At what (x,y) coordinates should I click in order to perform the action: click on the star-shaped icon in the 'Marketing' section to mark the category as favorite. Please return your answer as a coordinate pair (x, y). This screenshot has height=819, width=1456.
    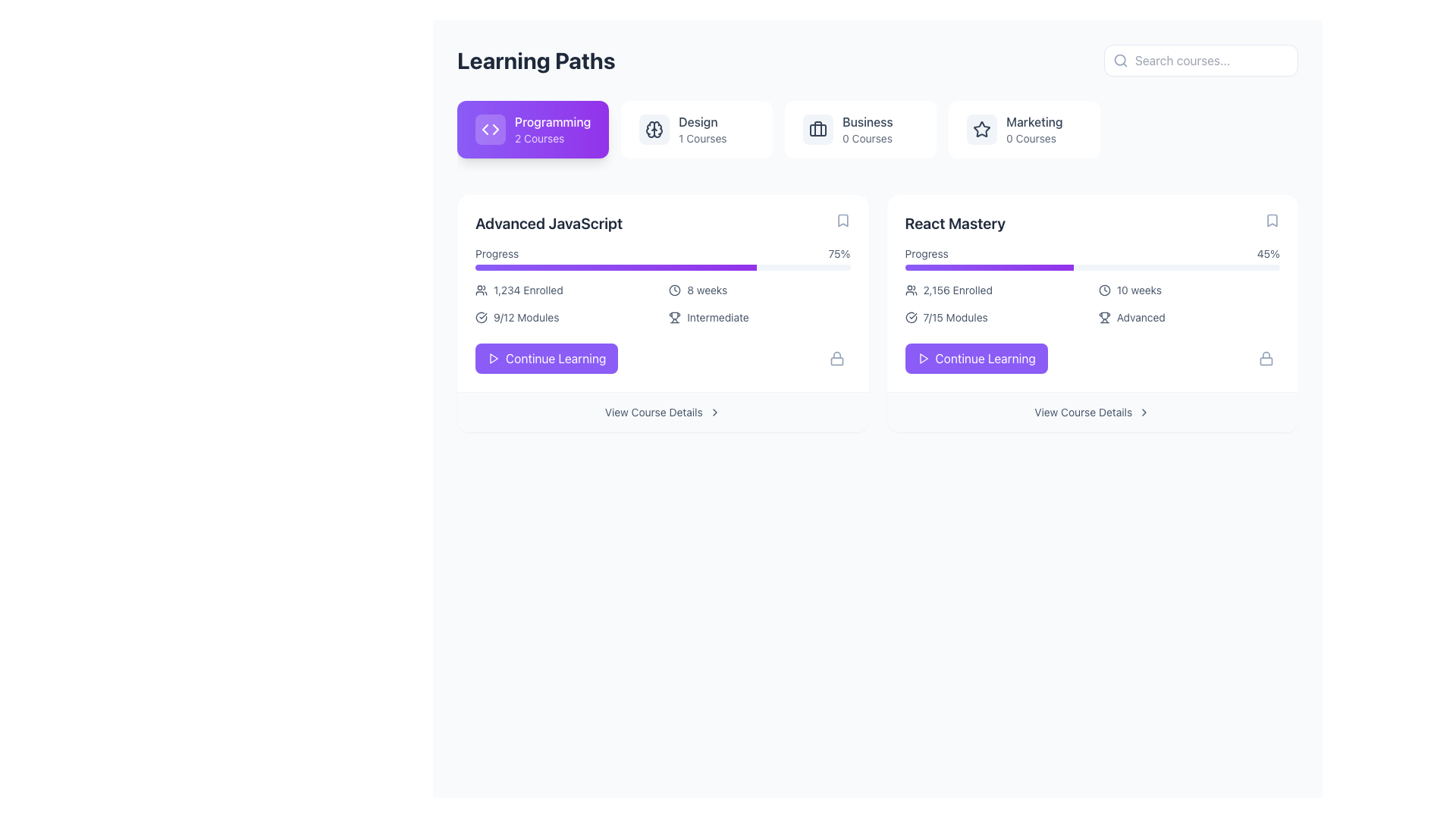
    Looking at the image, I should click on (982, 128).